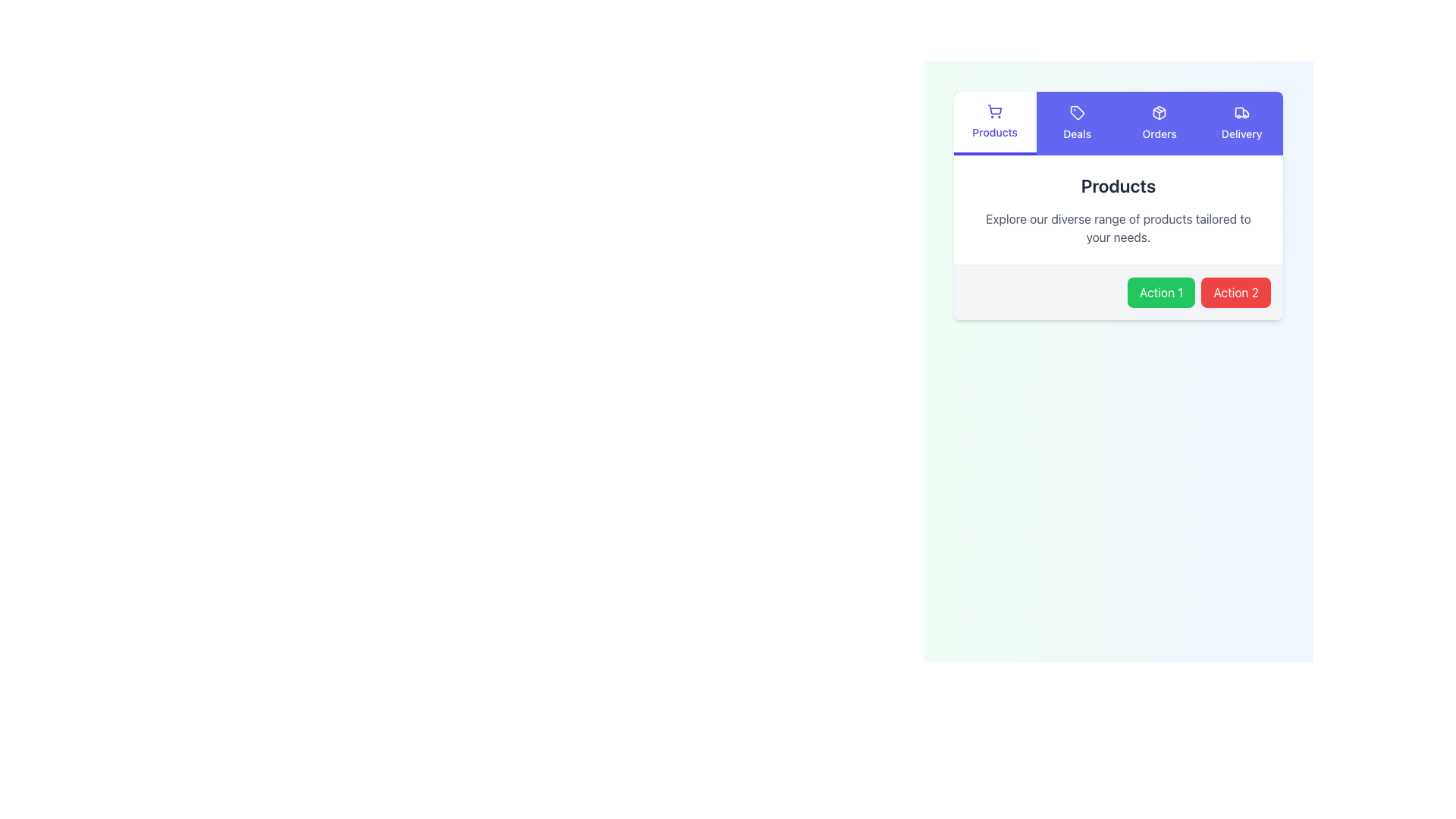 The width and height of the screenshot is (1456, 819). What do you see at coordinates (1076, 122) in the screenshot?
I see `the Navigation item with an icon and text in the horizontal navigation bar` at bounding box center [1076, 122].